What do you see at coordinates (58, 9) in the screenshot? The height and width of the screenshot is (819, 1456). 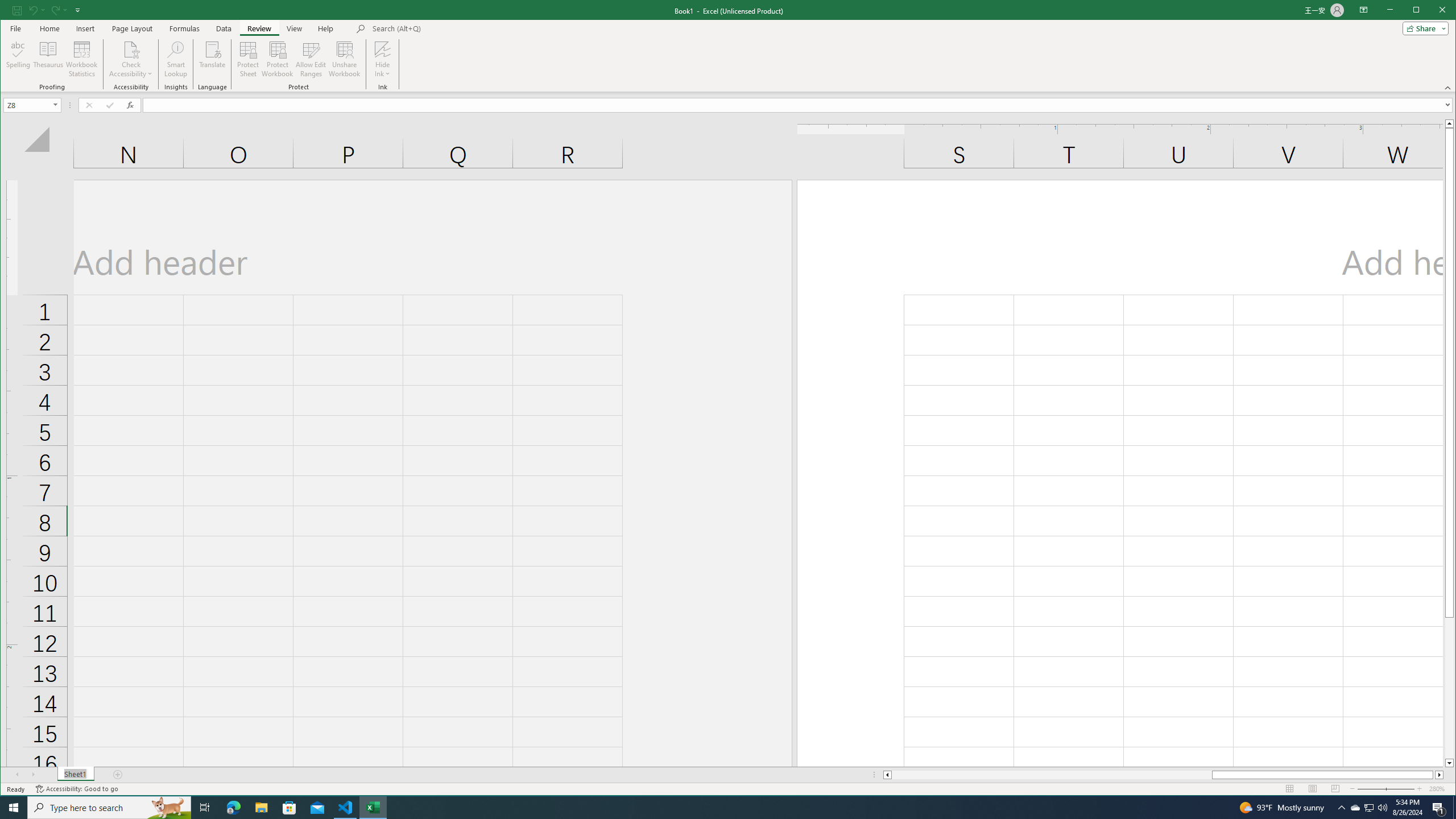 I see `'Redo'` at bounding box center [58, 9].